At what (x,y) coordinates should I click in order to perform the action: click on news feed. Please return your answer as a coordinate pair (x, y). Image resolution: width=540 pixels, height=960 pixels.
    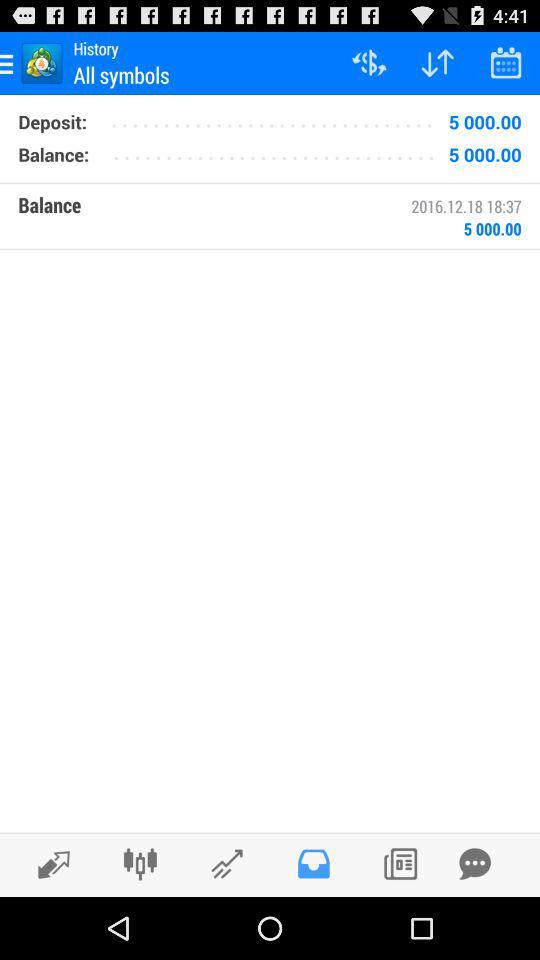
    Looking at the image, I should click on (400, 863).